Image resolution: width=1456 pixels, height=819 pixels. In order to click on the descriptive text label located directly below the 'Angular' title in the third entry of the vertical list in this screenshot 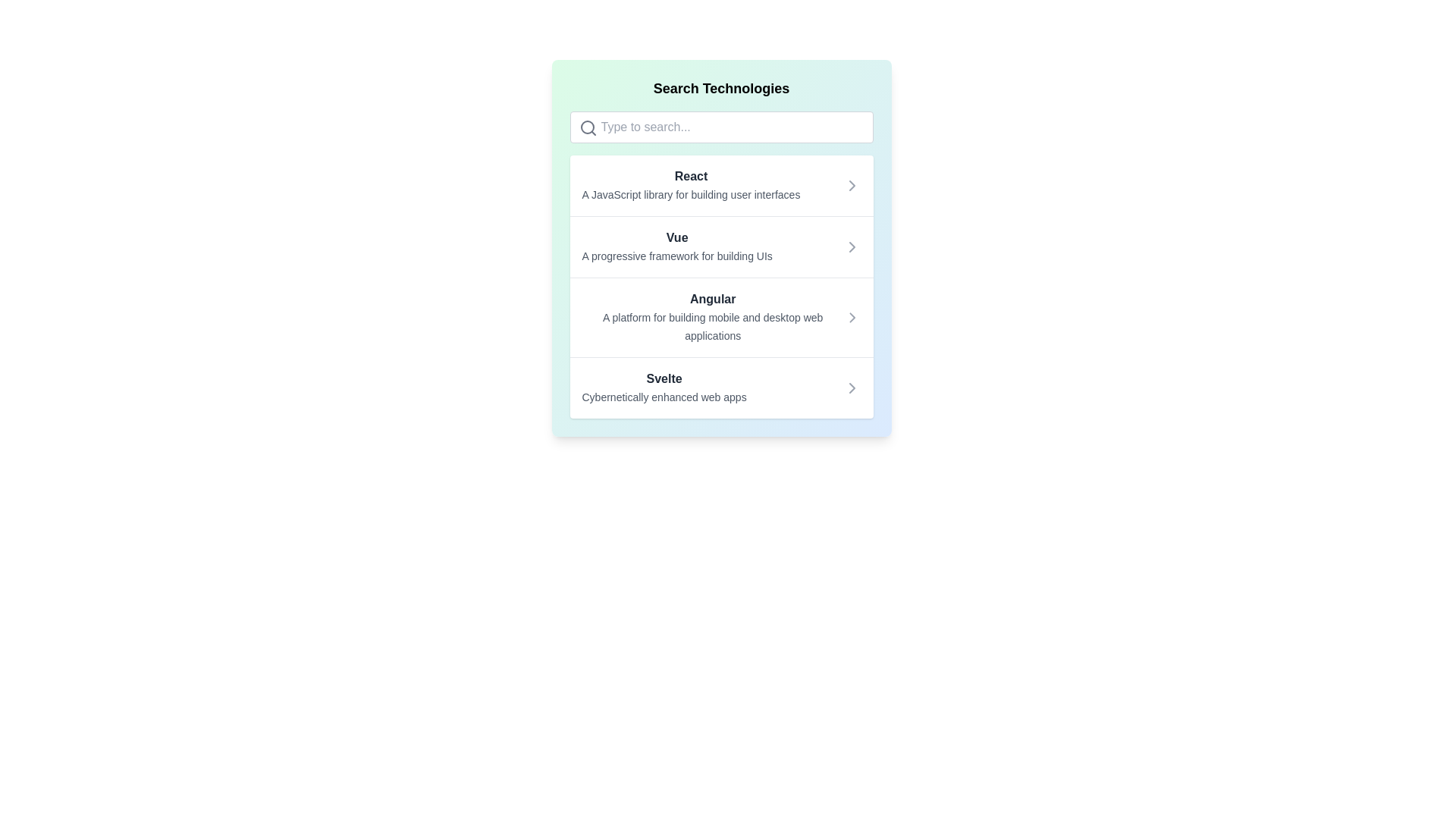, I will do `click(712, 326)`.